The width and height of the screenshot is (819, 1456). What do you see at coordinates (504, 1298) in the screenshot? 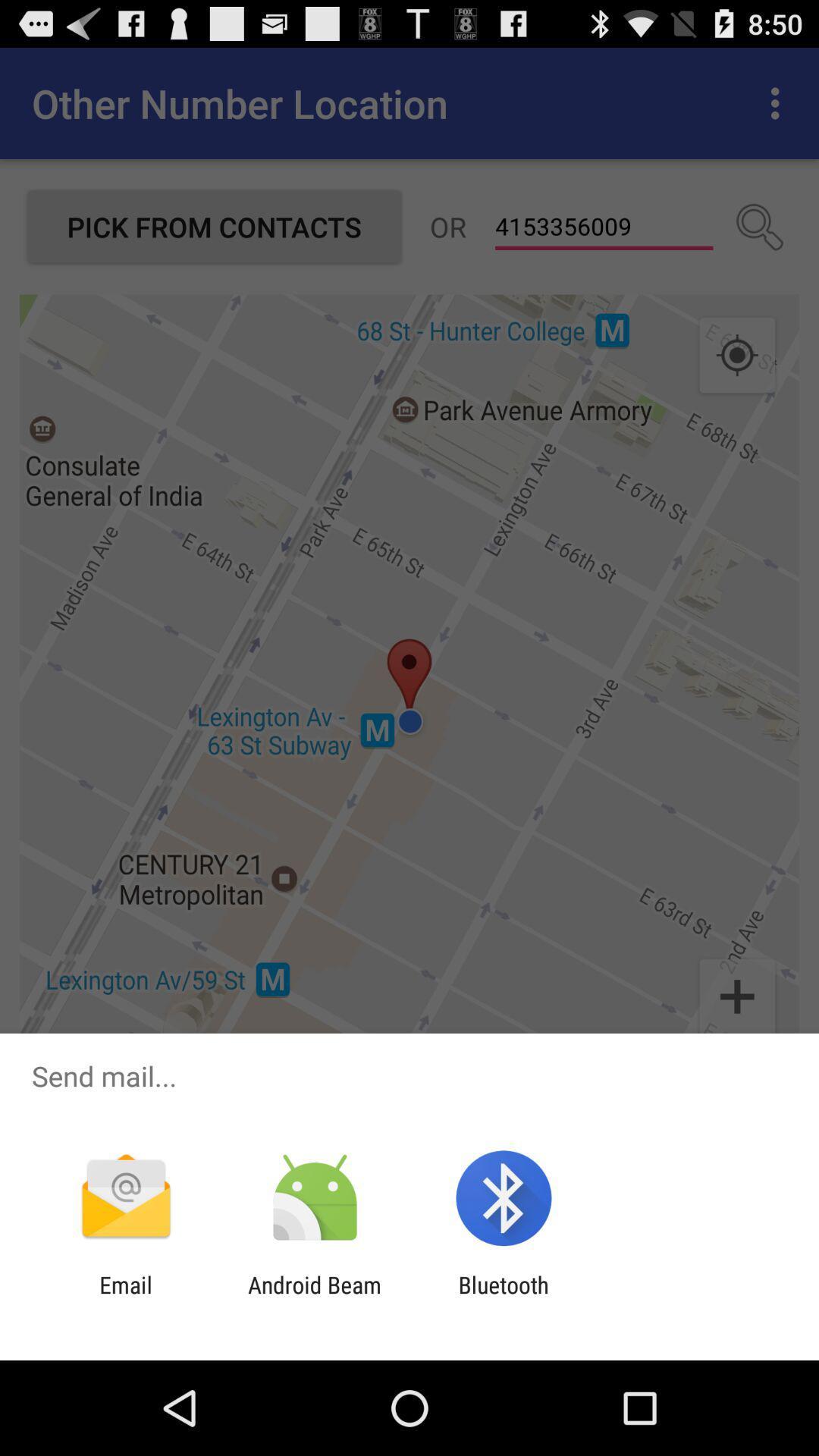
I see `icon next to android beam icon` at bounding box center [504, 1298].